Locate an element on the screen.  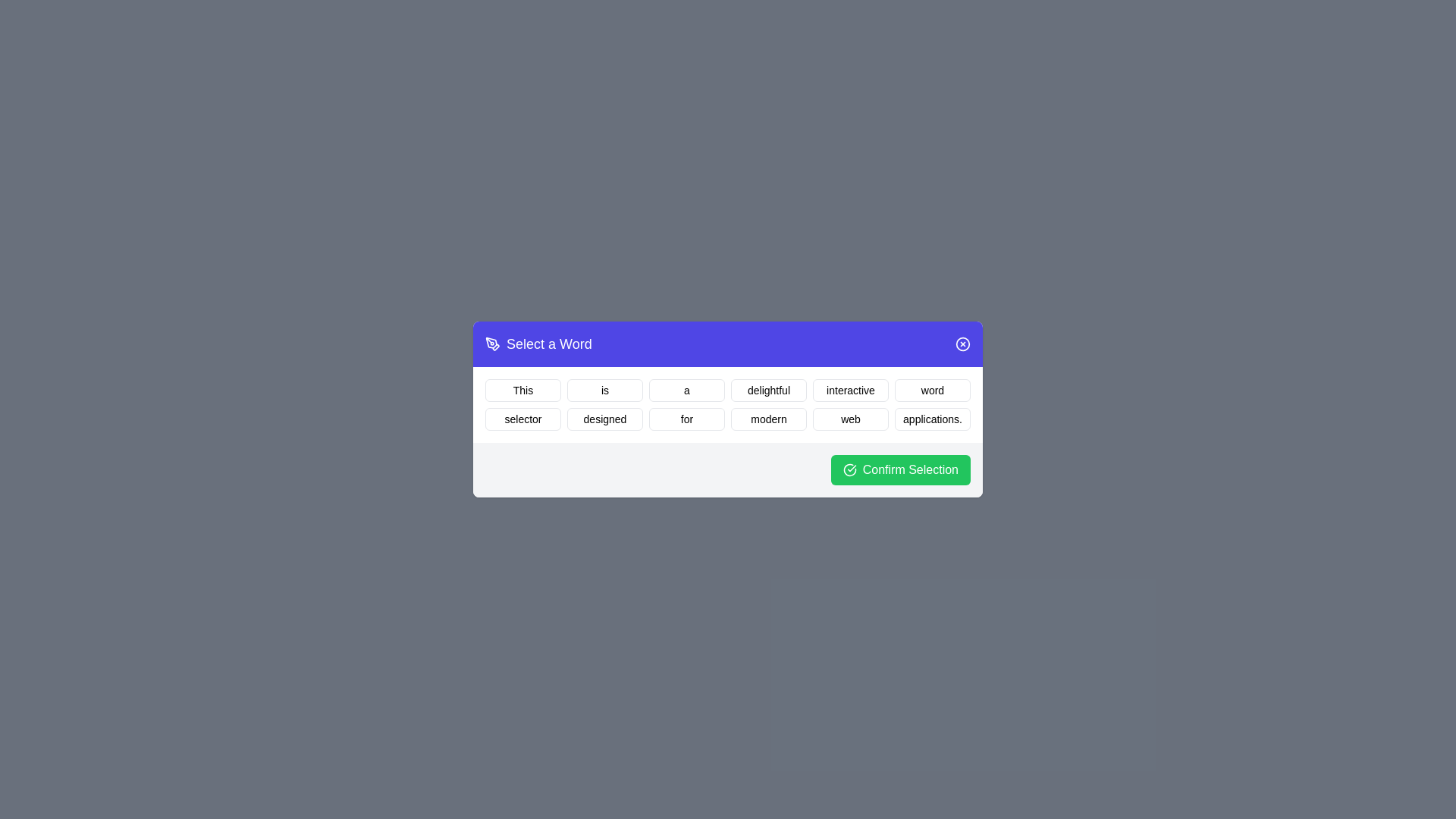
the 'Confirm Selection' button to confirm the selected word is located at coordinates (900, 469).